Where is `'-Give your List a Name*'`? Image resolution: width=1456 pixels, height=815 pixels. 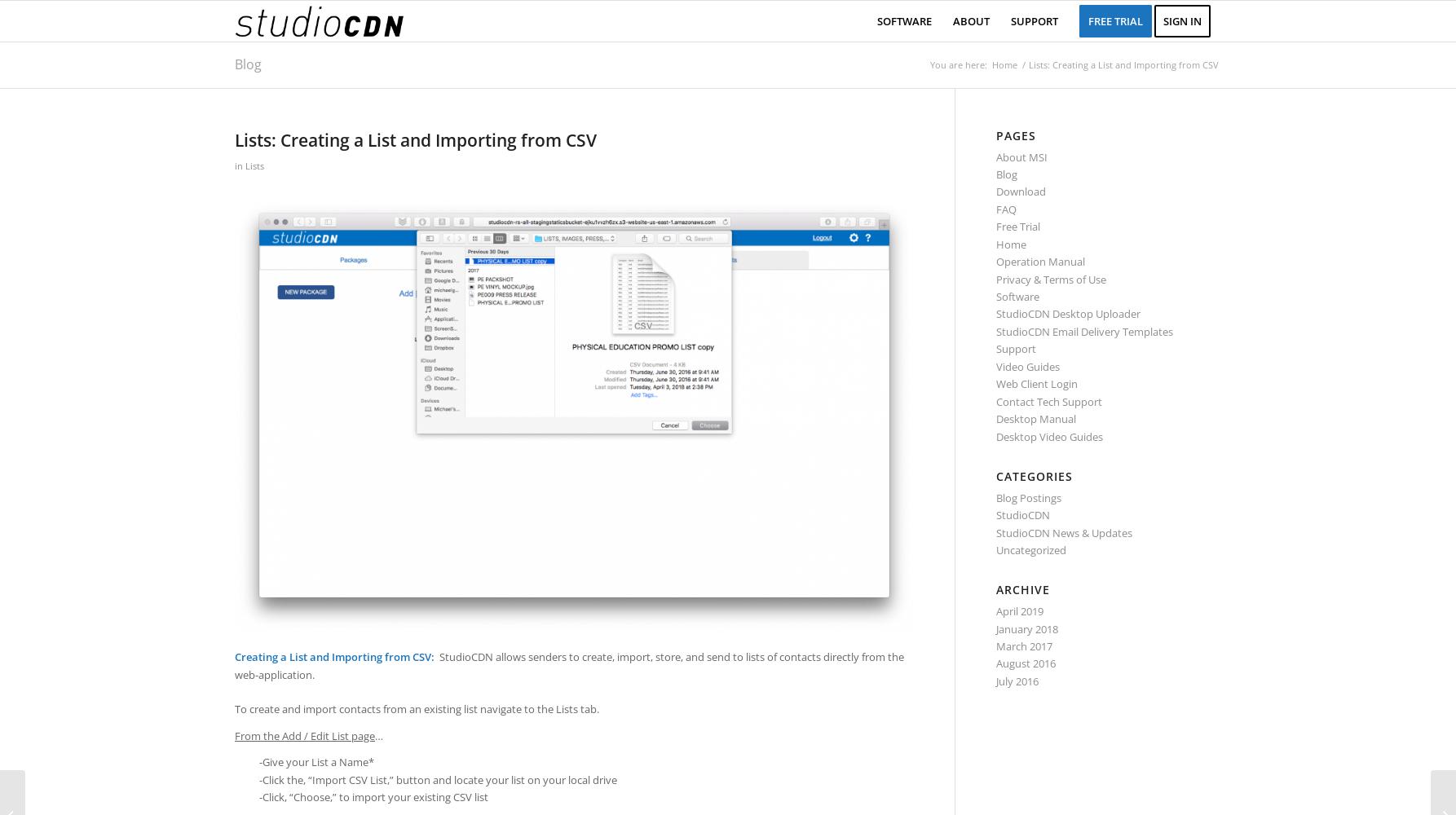 '-Give your List a Name*' is located at coordinates (316, 762).